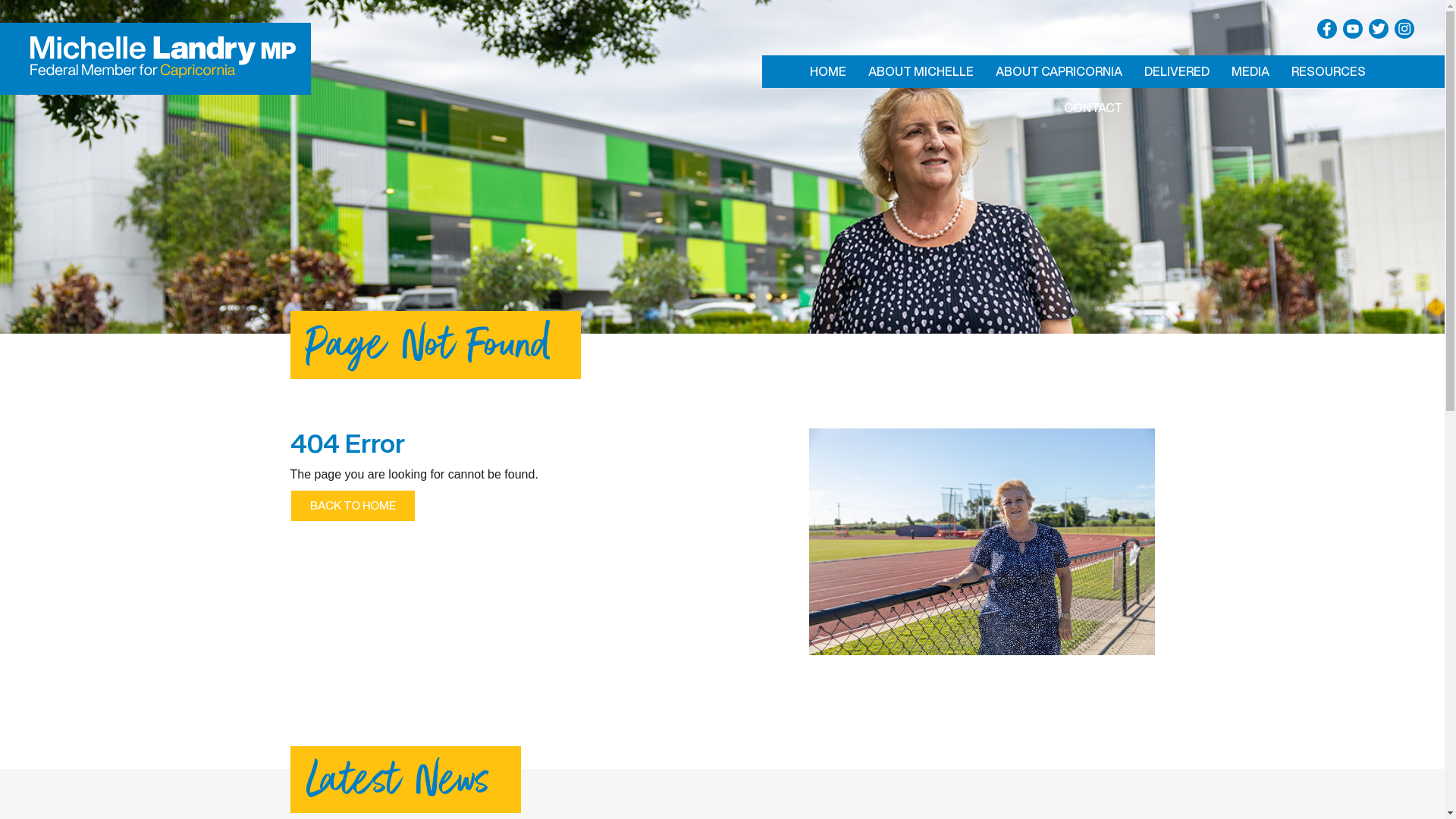 This screenshot has height=819, width=1456. What do you see at coordinates (920, 71) in the screenshot?
I see `'ABOUT MICHELLE'` at bounding box center [920, 71].